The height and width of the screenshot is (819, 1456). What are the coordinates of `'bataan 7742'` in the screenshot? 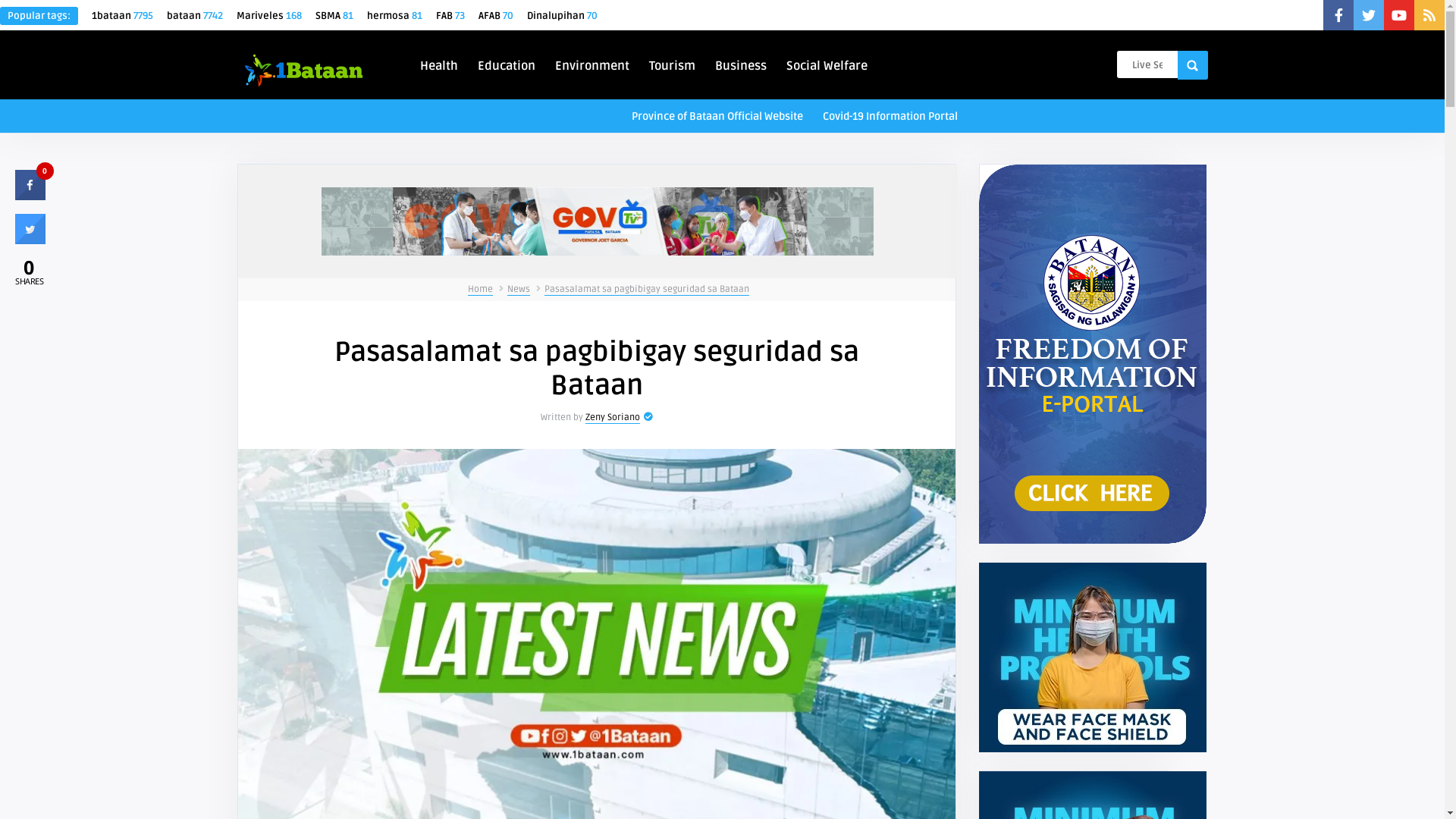 It's located at (194, 15).